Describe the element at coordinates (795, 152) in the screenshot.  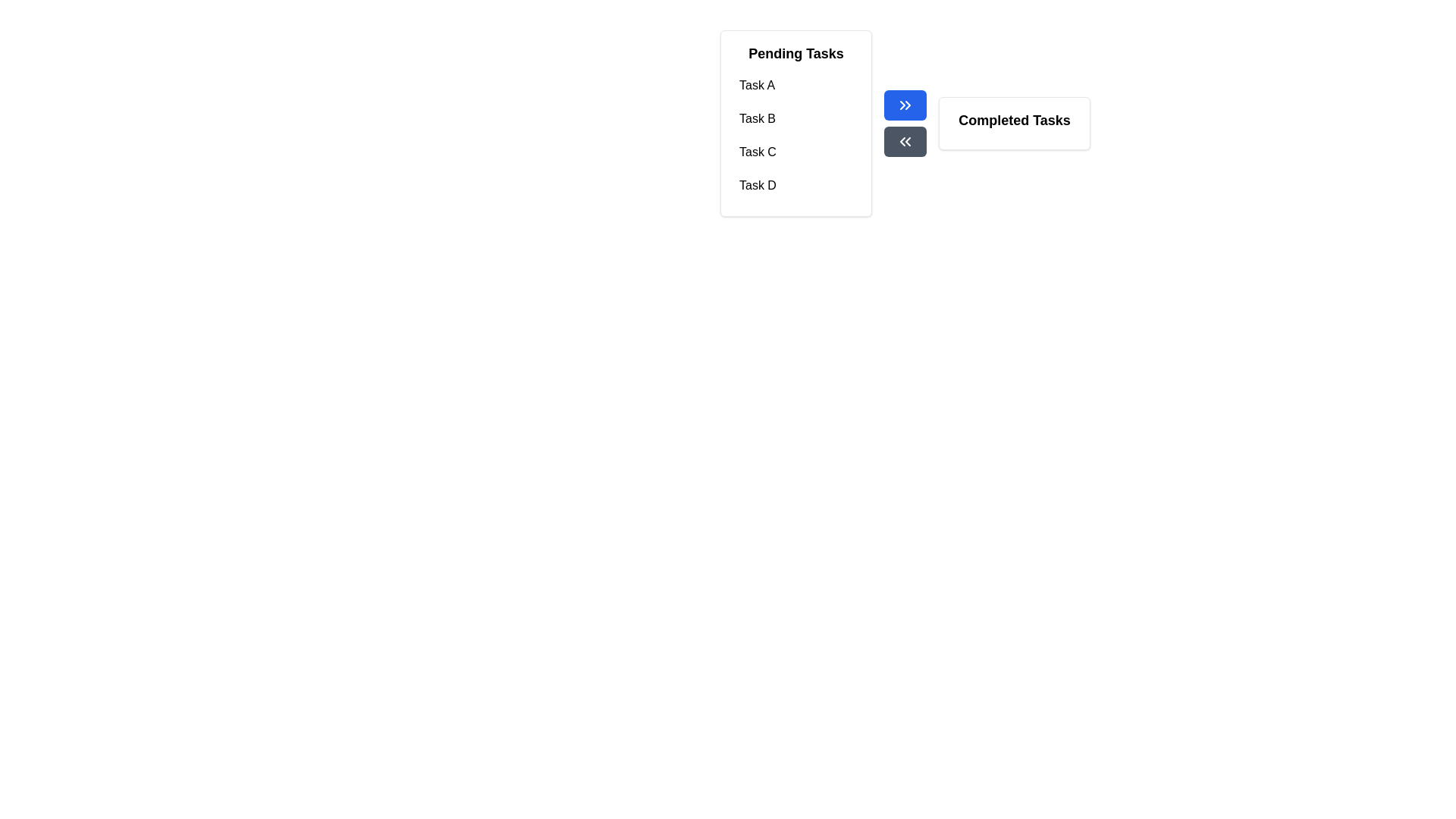
I see `the 'Task C' list item, which is the third item in the vertical list under 'Pending Tasks'` at that location.